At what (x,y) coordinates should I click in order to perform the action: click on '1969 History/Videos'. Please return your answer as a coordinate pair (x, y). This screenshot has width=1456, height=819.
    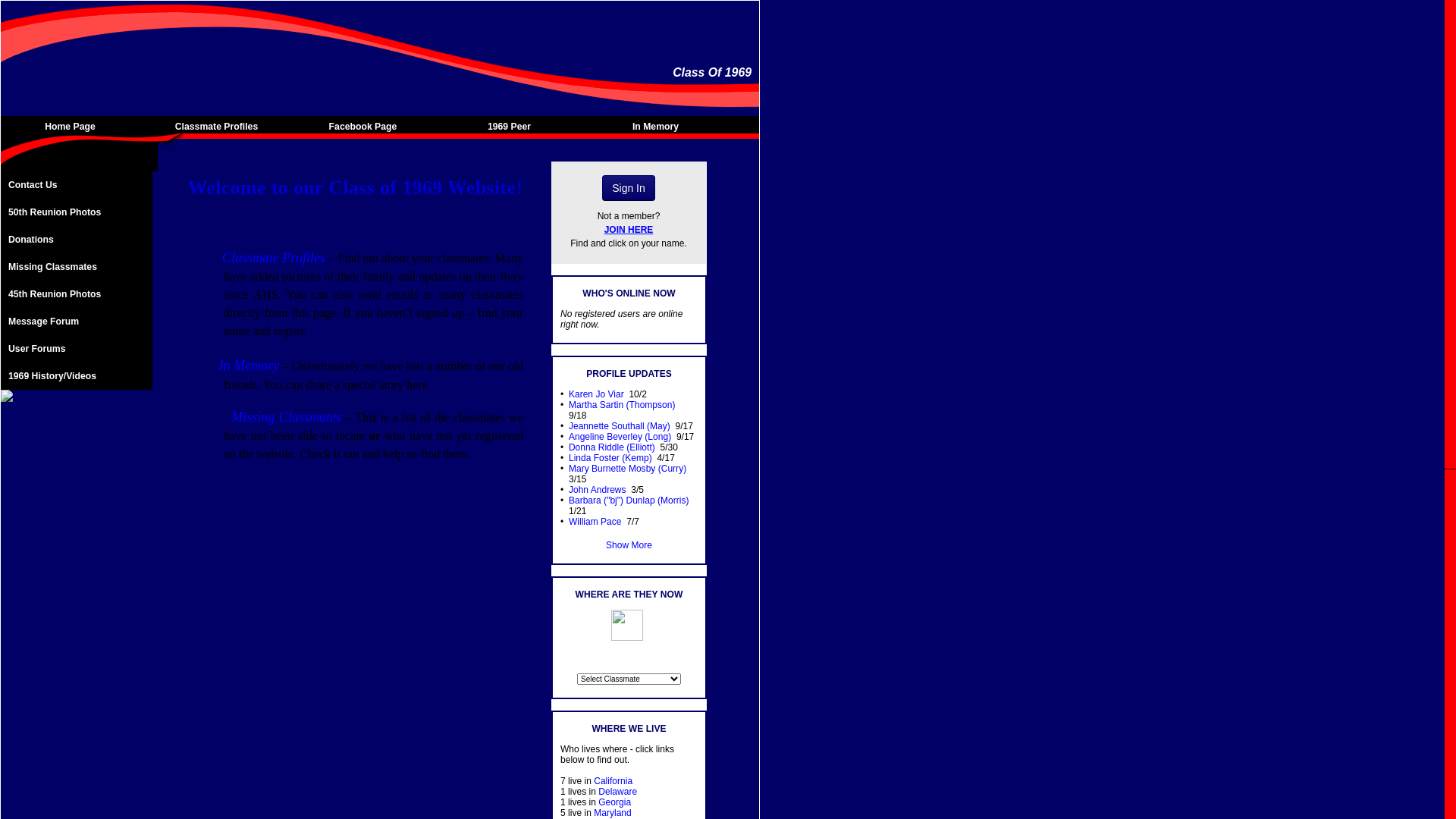
    Looking at the image, I should click on (75, 375).